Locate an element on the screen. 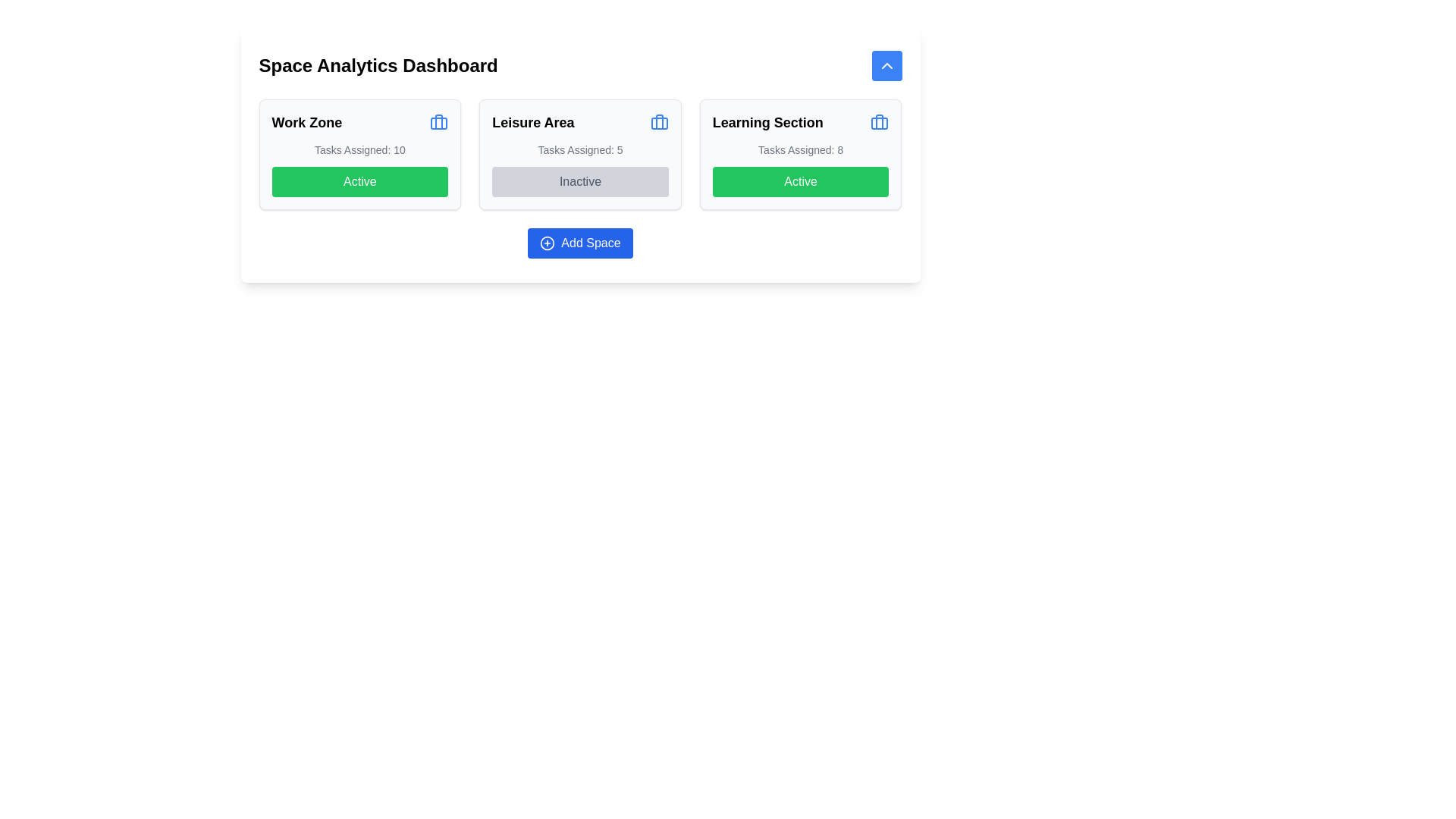 This screenshot has width=1456, height=819. text label displaying 'Leisure Area', which is prominently styled in bold, large font, located centrally in the second section of a horizontally aligned row is located at coordinates (533, 122).